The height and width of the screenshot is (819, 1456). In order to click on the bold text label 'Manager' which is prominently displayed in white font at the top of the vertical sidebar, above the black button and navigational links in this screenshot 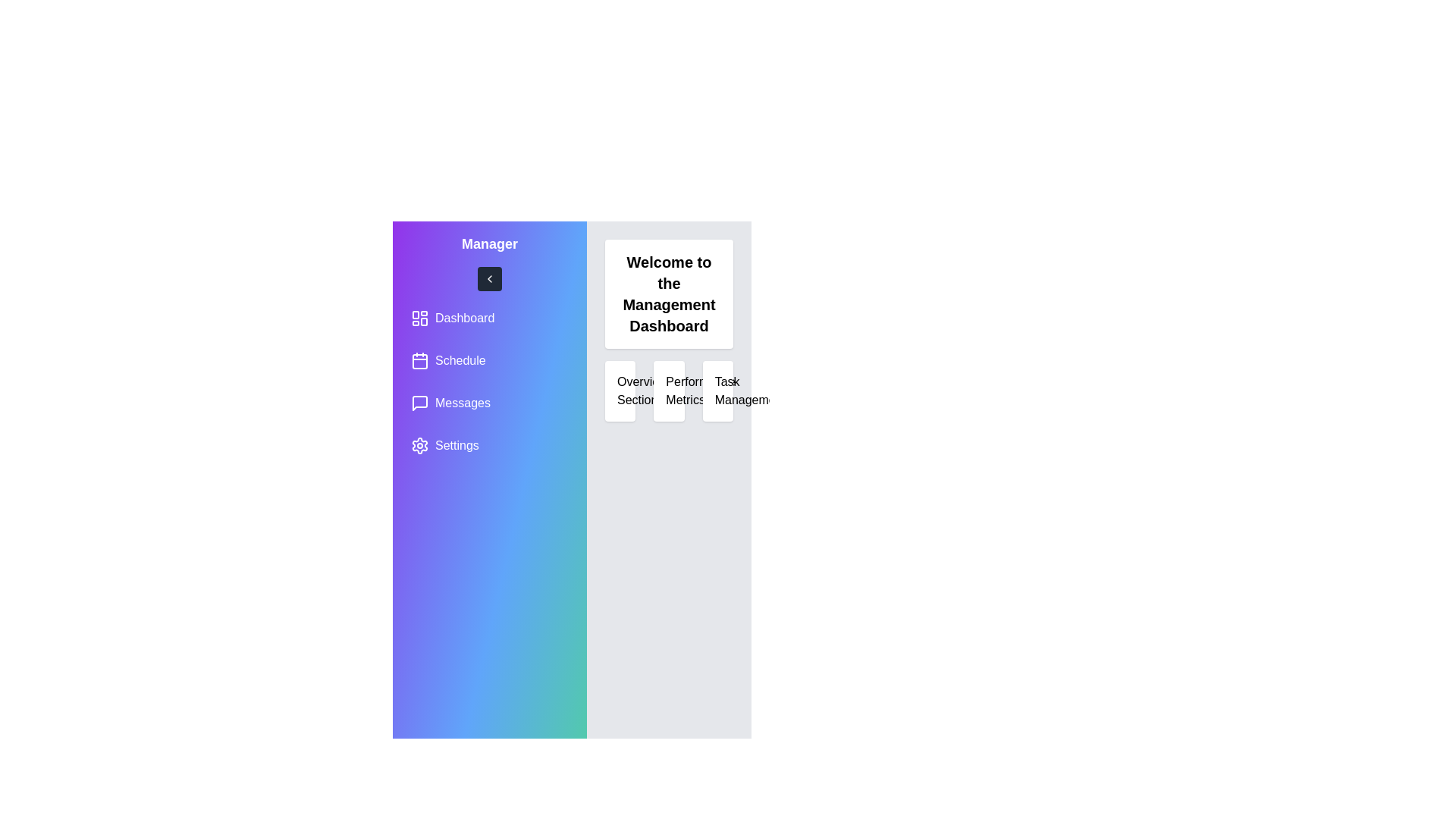, I will do `click(490, 243)`.